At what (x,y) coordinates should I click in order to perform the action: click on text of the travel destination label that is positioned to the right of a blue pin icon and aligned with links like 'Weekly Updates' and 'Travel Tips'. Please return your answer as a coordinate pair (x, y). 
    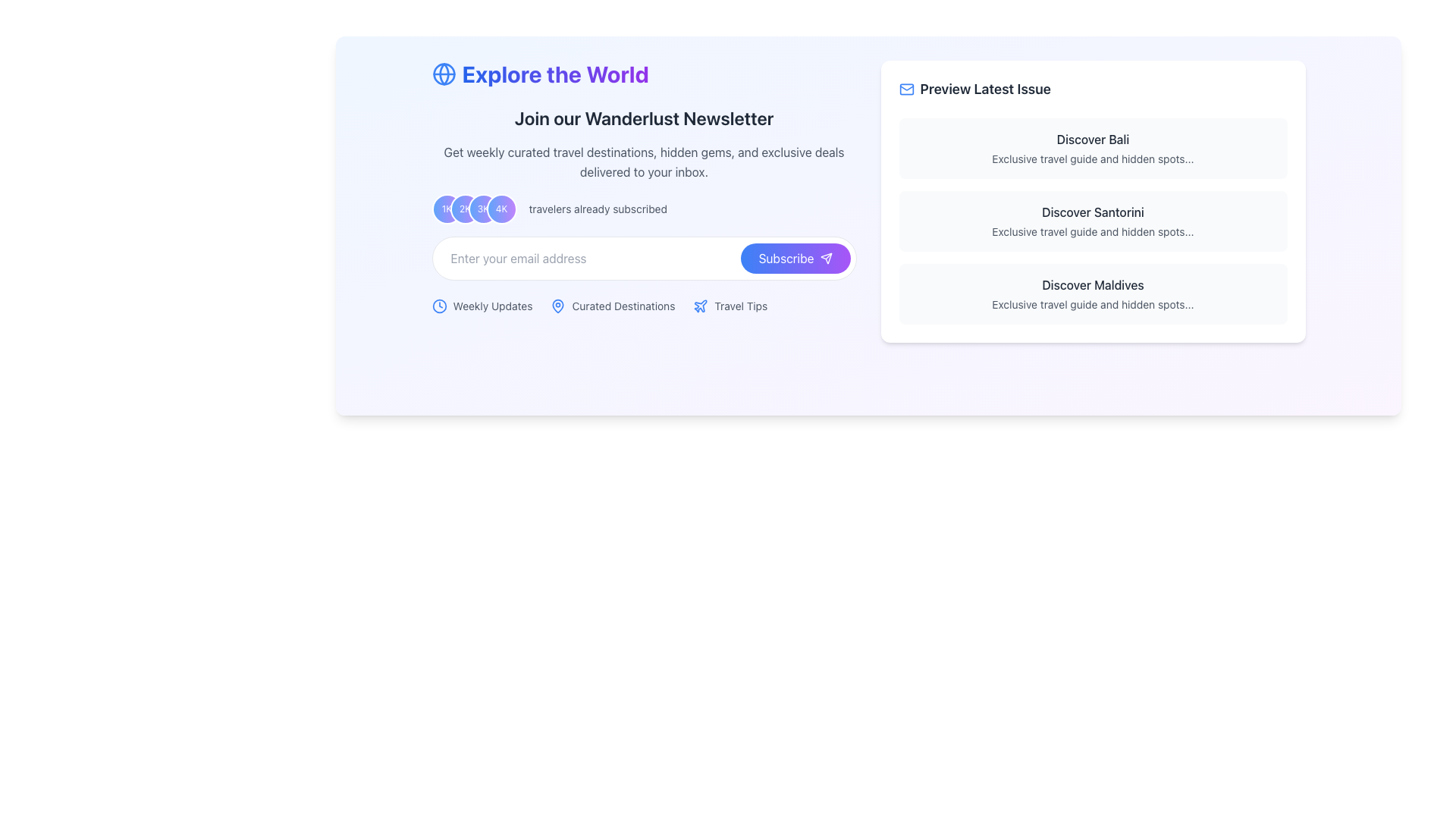
    Looking at the image, I should click on (623, 306).